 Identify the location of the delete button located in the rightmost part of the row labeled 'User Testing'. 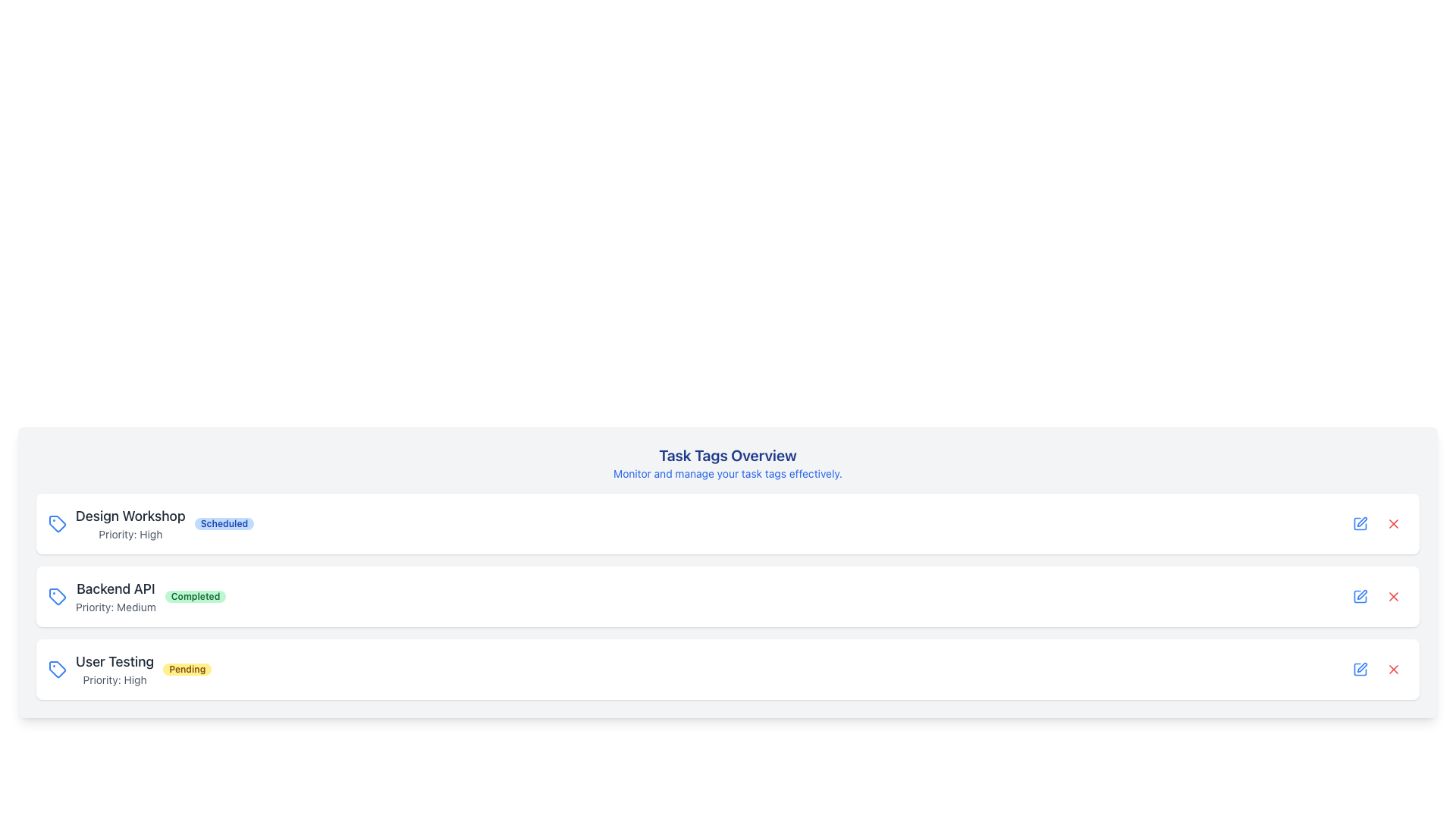
(1394, 595).